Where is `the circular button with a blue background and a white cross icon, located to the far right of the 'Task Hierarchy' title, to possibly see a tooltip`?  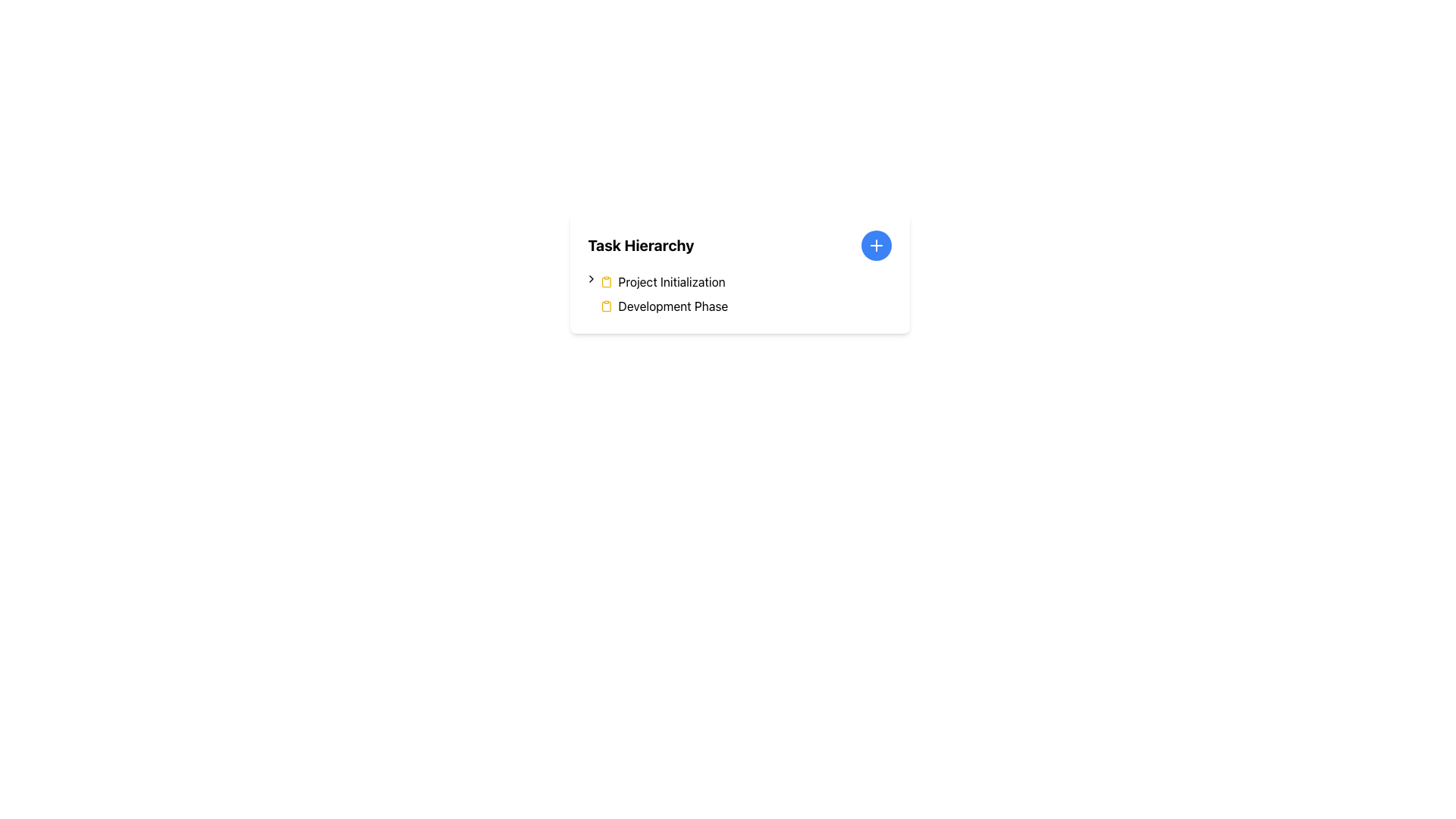
the circular button with a blue background and a white cross icon, located to the far right of the 'Task Hierarchy' title, to possibly see a tooltip is located at coordinates (876, 245).